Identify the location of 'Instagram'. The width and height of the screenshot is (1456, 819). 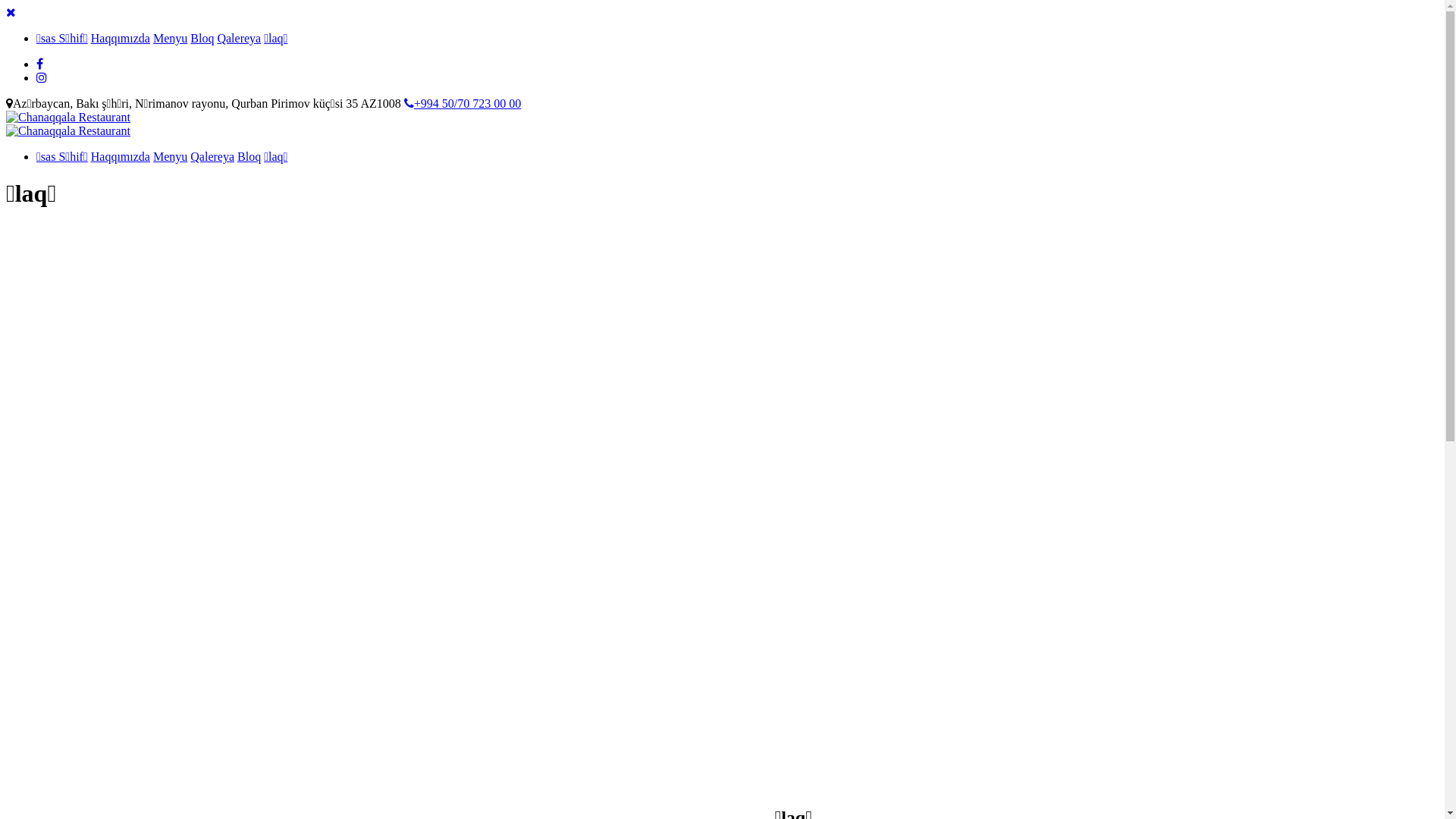
(41, 77).